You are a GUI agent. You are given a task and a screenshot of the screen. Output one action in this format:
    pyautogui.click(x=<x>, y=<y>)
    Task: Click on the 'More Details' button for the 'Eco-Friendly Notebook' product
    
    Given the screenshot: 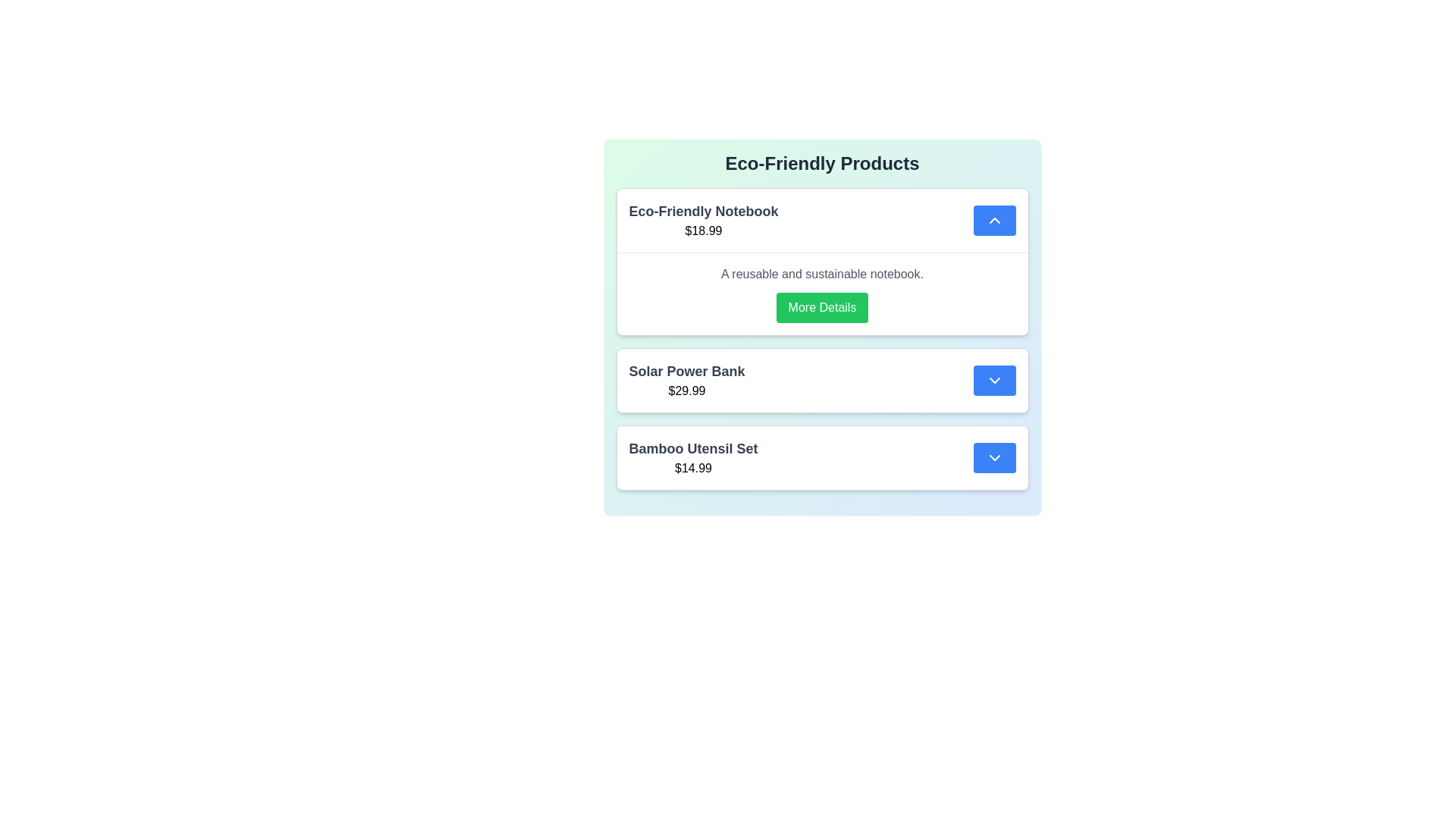 What is the action you would take?
    pyautogui.click(x=821, y=307)
    